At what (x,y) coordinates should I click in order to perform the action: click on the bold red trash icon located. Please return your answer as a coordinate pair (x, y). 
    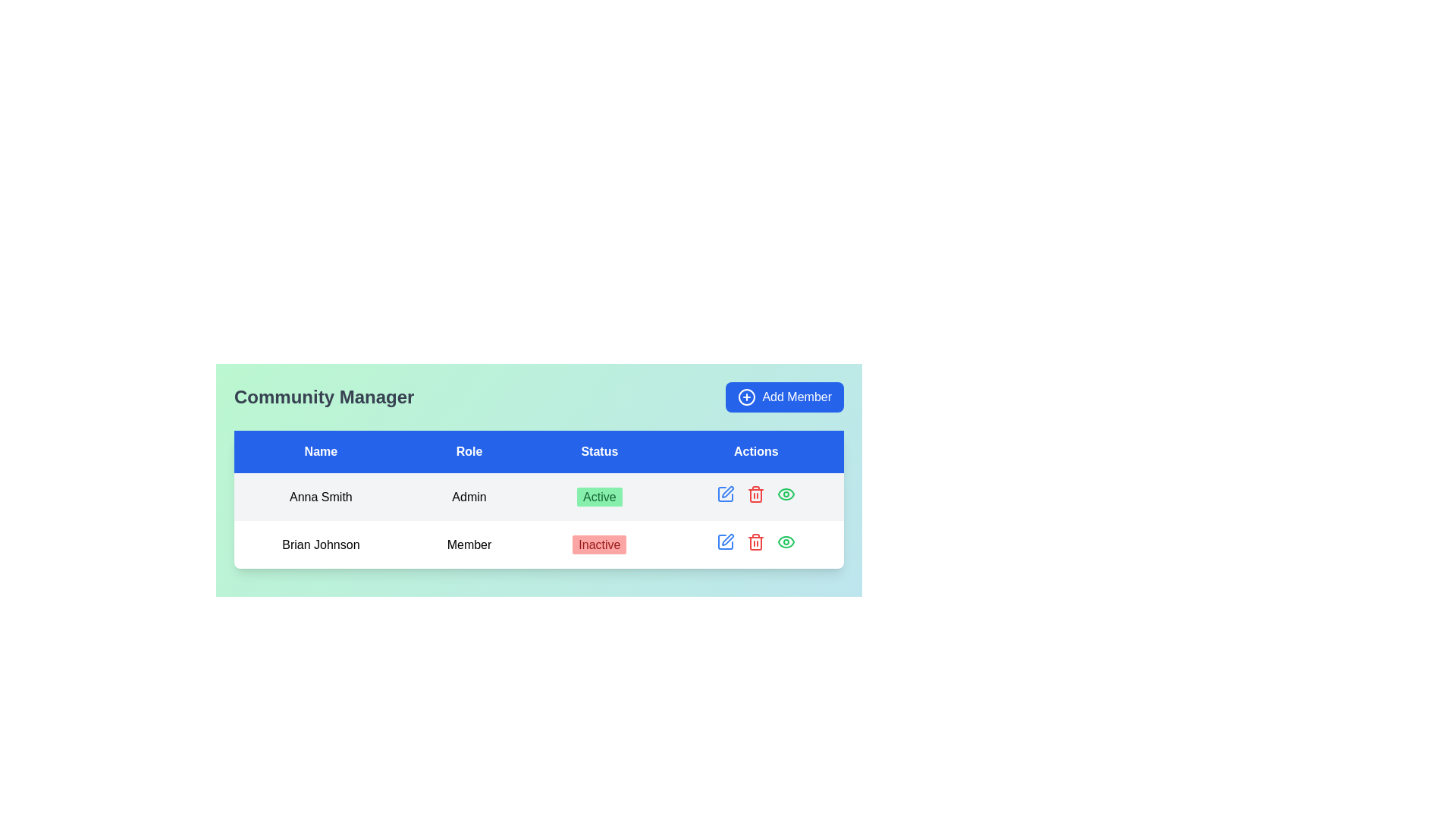
    Looking at the image, I should click on (756, 543).